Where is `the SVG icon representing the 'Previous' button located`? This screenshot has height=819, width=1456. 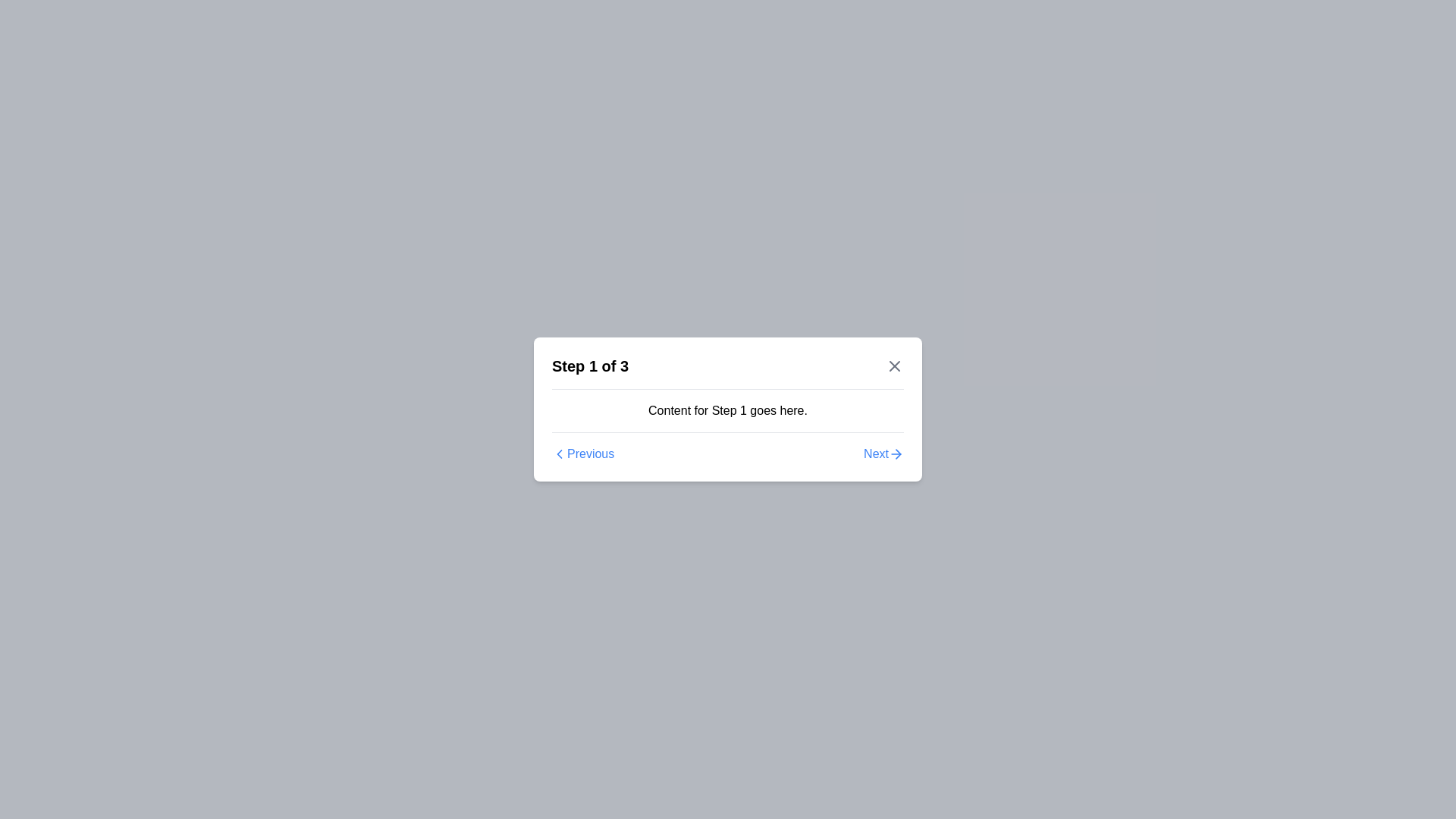
the SVG icon representing the 'Previous' button located is located at coordinates (559, 453).